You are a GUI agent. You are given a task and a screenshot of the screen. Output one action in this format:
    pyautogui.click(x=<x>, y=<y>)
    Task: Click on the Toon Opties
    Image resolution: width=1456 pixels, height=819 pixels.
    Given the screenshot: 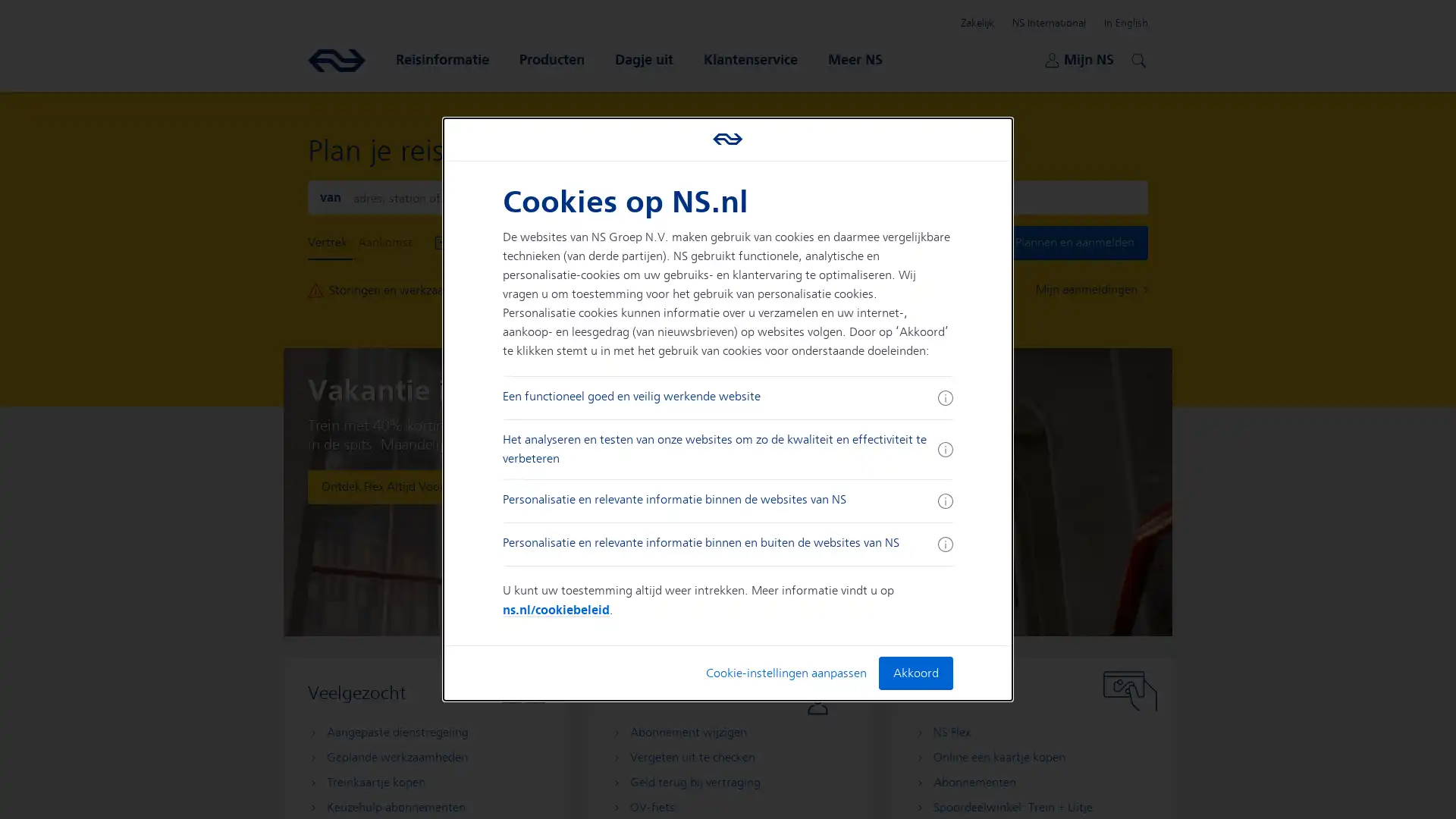 What is the action you would take?
    pyautogui.click(x=695, y=242)
    